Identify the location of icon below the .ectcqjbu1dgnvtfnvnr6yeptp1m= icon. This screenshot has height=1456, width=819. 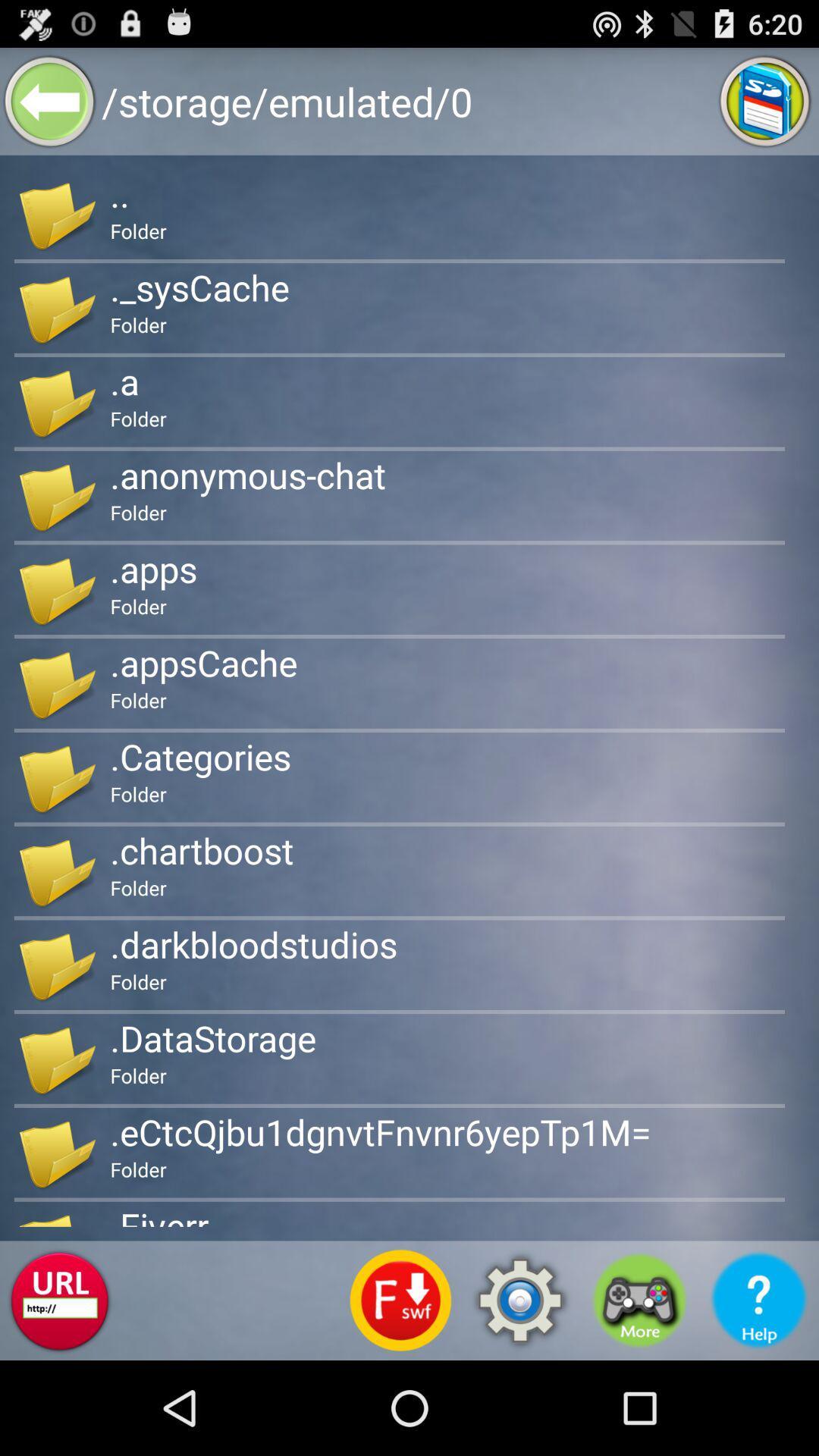
(639, 1300).